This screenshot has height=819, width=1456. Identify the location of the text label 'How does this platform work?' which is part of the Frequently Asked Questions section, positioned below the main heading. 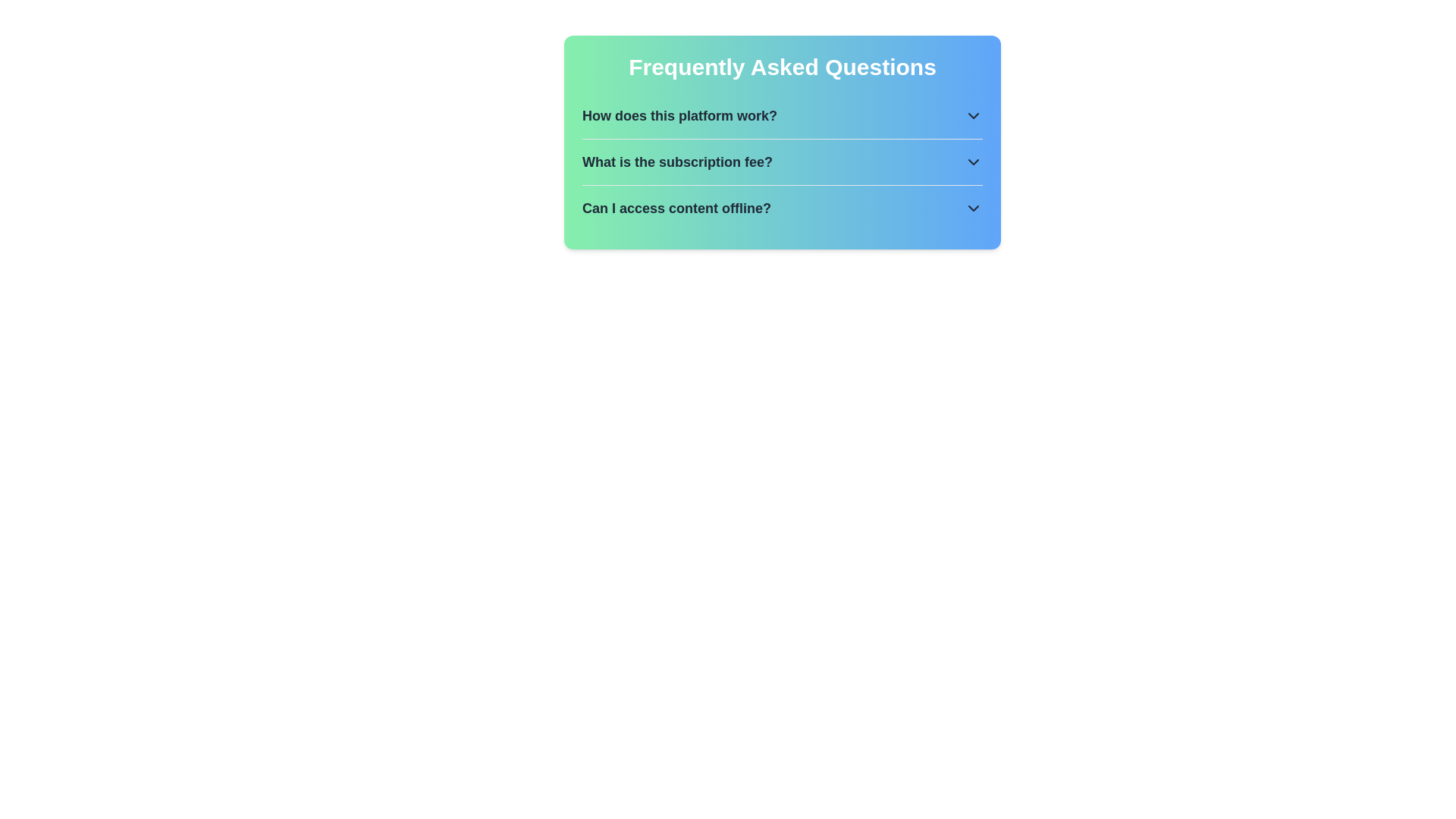
(679, 115).